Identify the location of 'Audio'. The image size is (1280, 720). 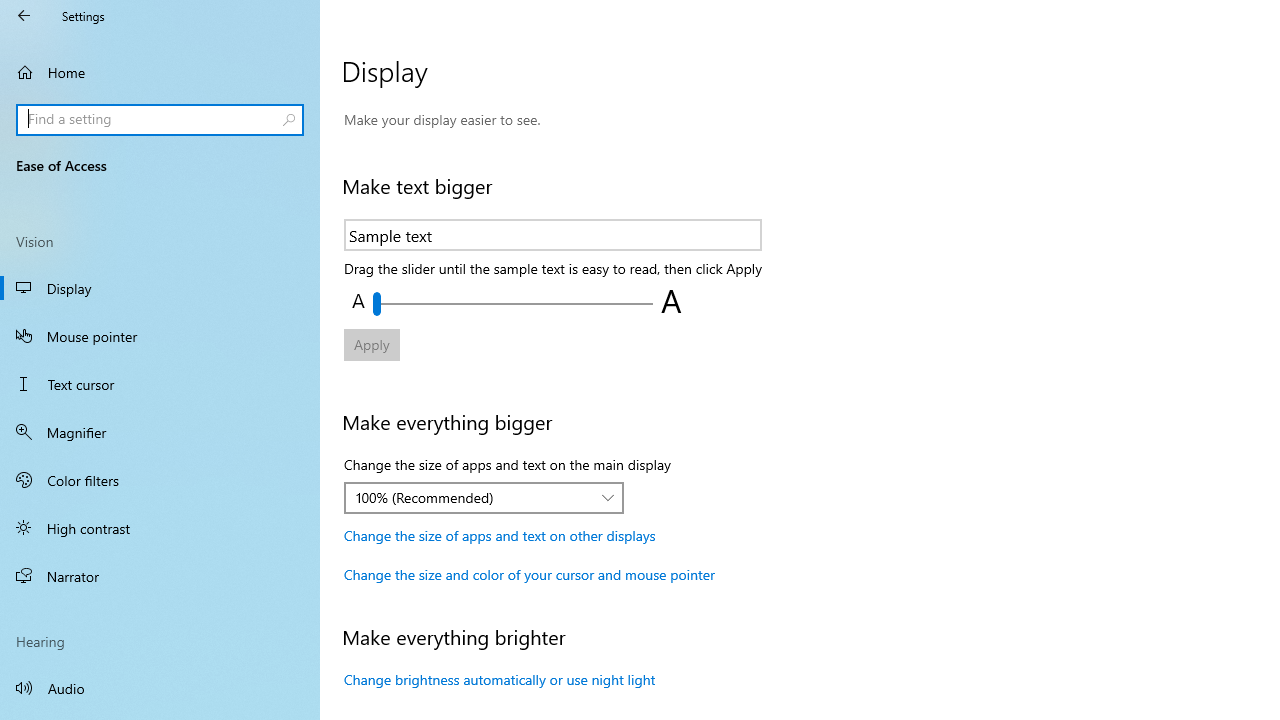
(160, 686).